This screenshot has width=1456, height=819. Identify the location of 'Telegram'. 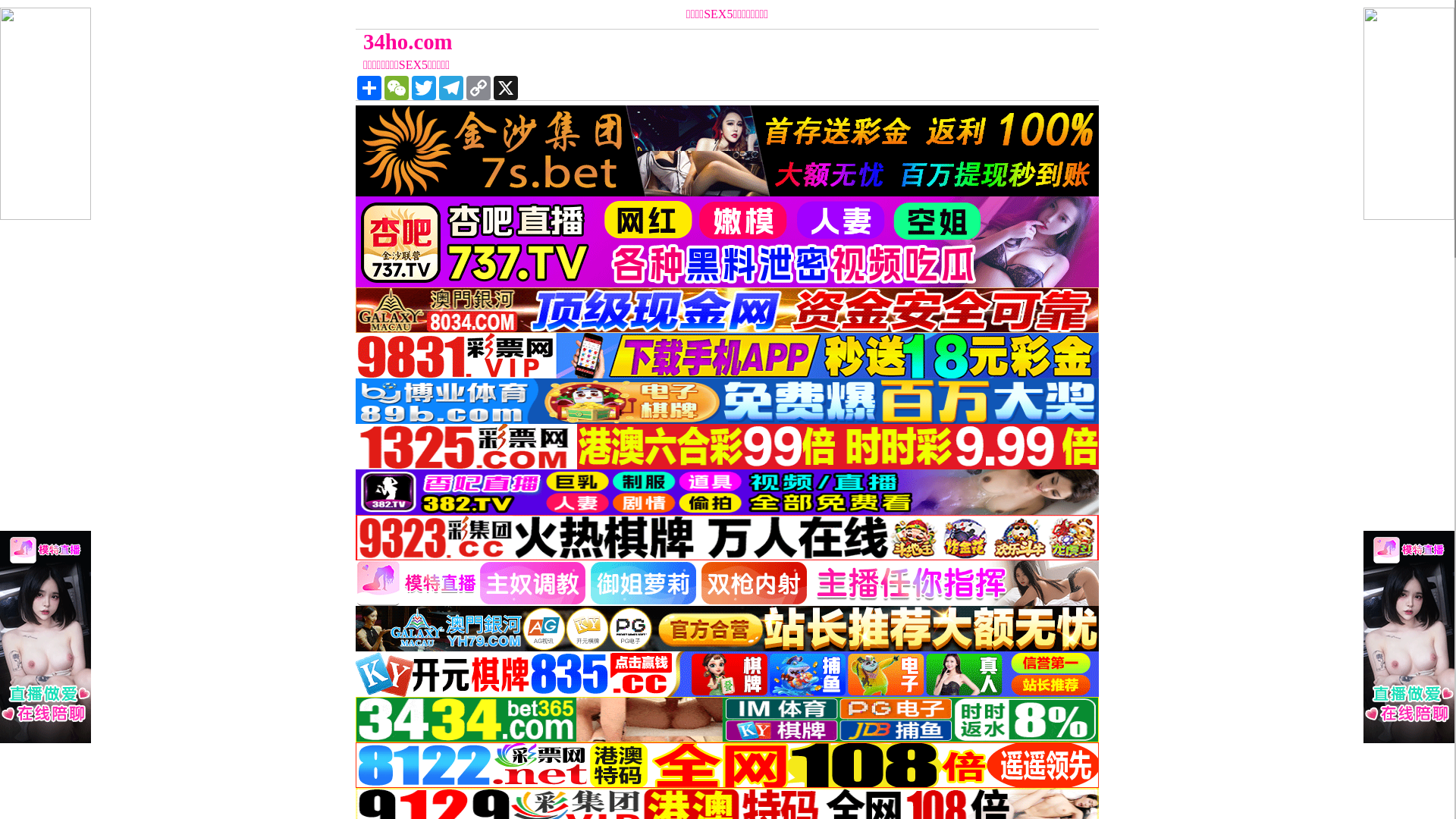
(450, 87).